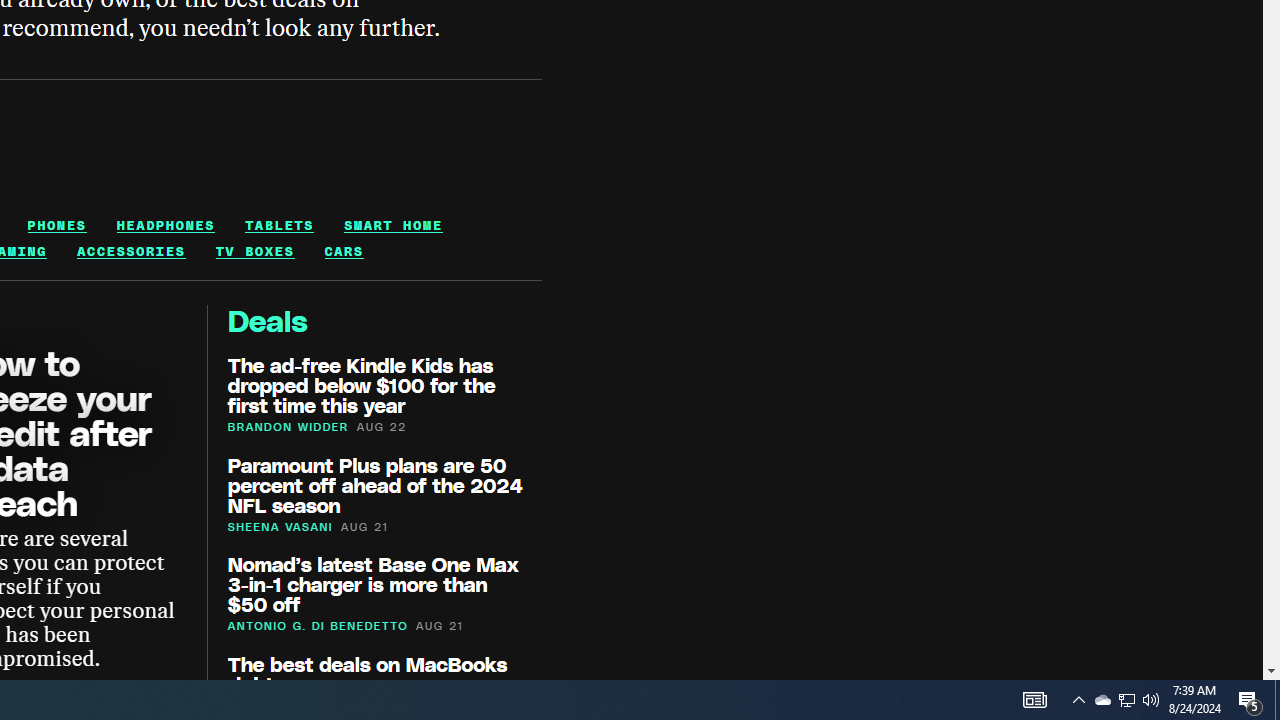 The height and width of the screenshot is (720, 1280). Describe the element at coordinates (343, 250) in the screenshot. I see `'CARS'` at that location.